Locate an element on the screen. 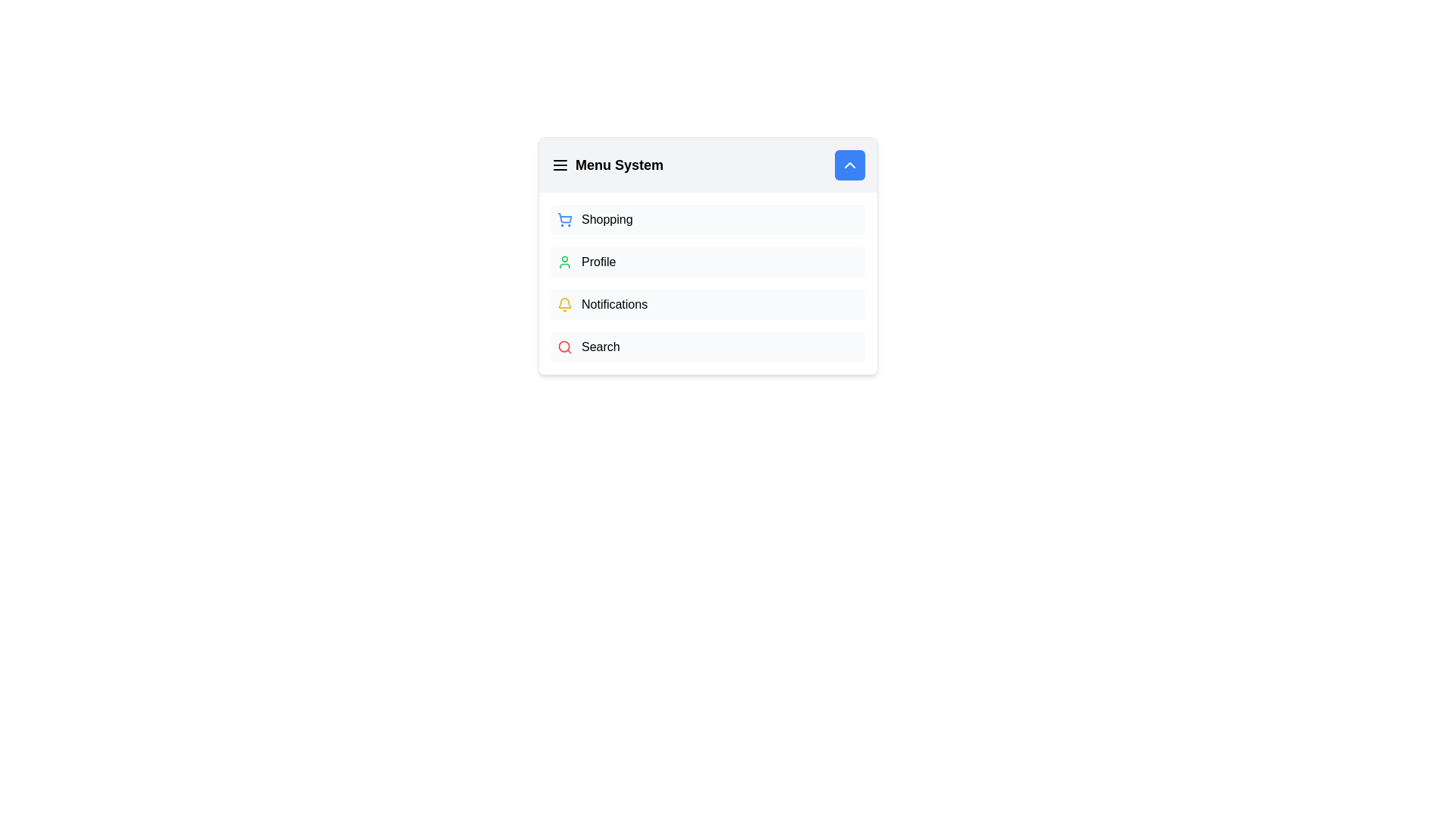 Image resolution: width=1456 pixels, height=819 pixels. the second menu item in the vertical list to navigate to the user's profile page, which is located below 'Shopping' and above 'Notifications' is located at coordinates (708, 256).